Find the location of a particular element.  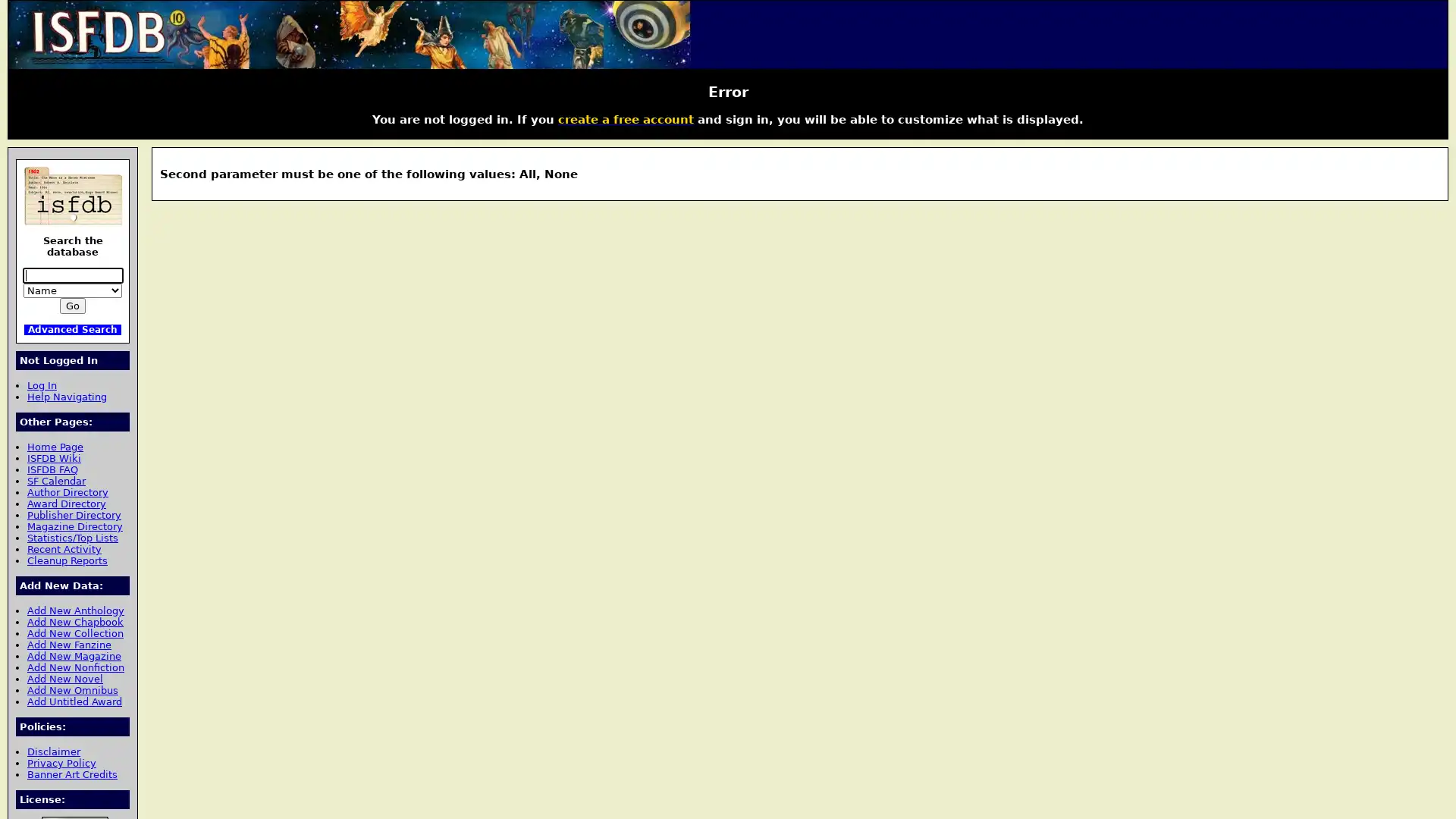

Go is located at coordinates (72, 306).